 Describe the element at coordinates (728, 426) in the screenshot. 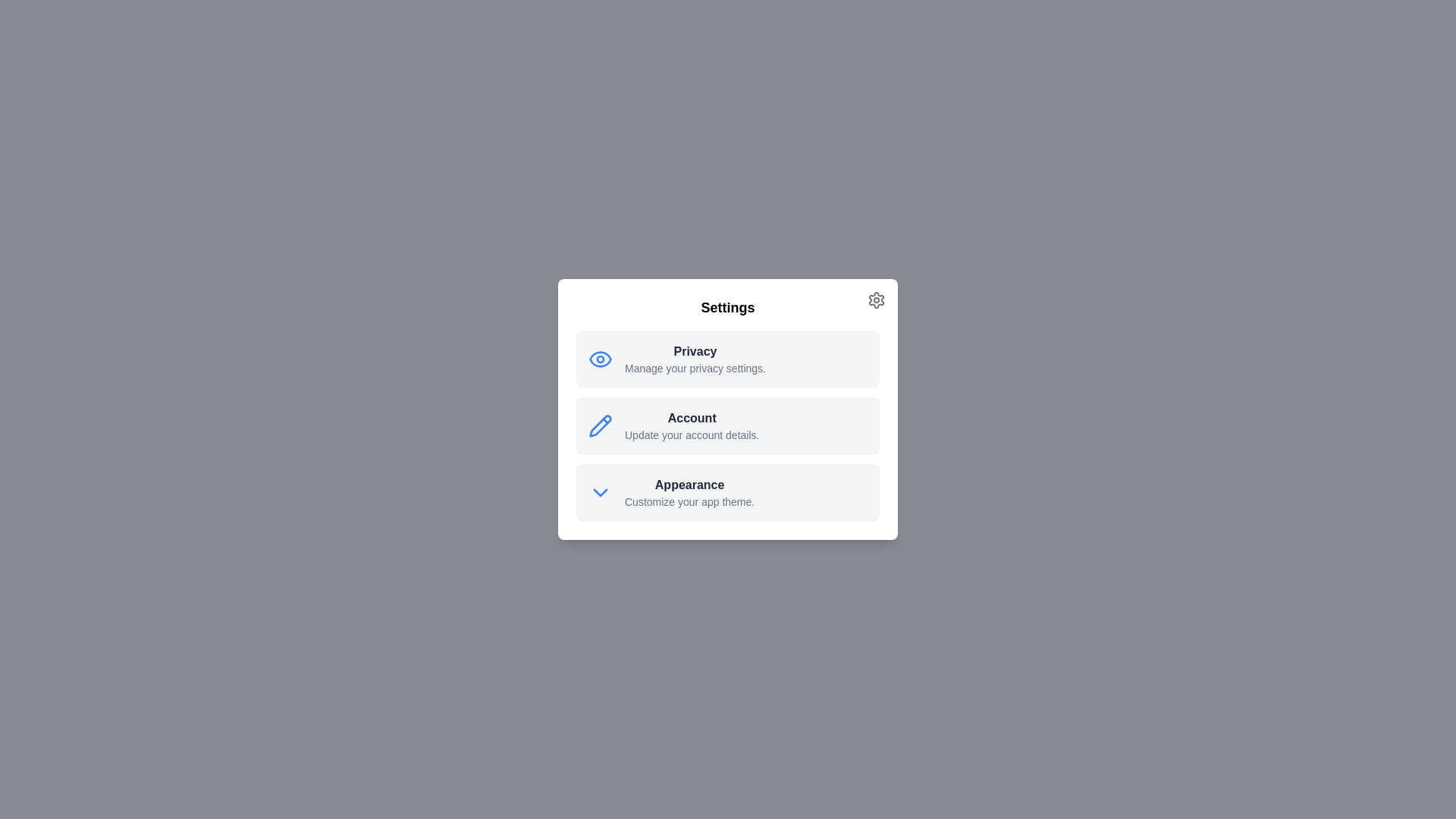

I see `the desired setting: Account` at that location.